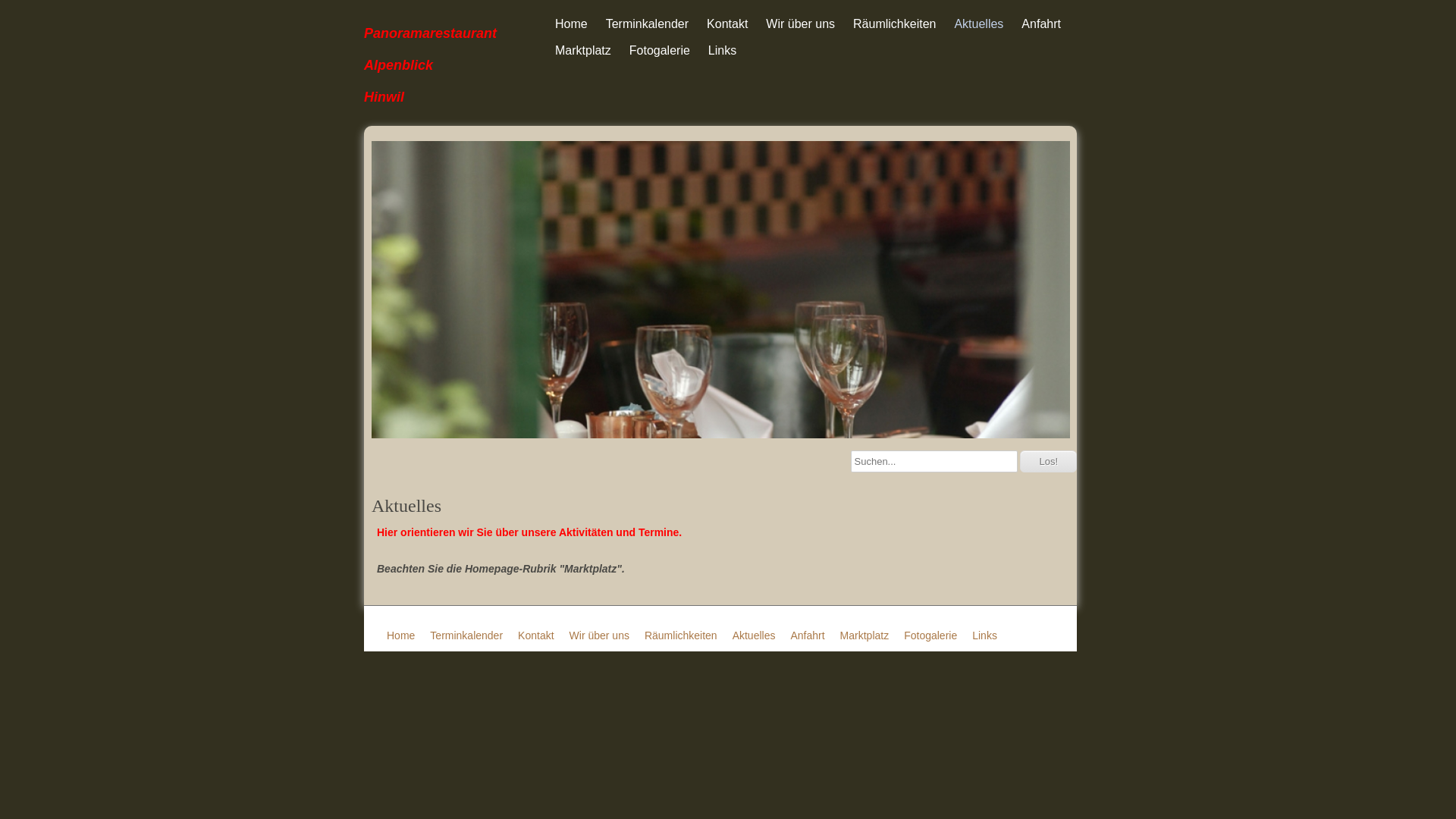 This screenshot has width=1456, height=819. Describe the element at coordinates (1047, 460) in the screenshot. I see `'Los!'` at that location.